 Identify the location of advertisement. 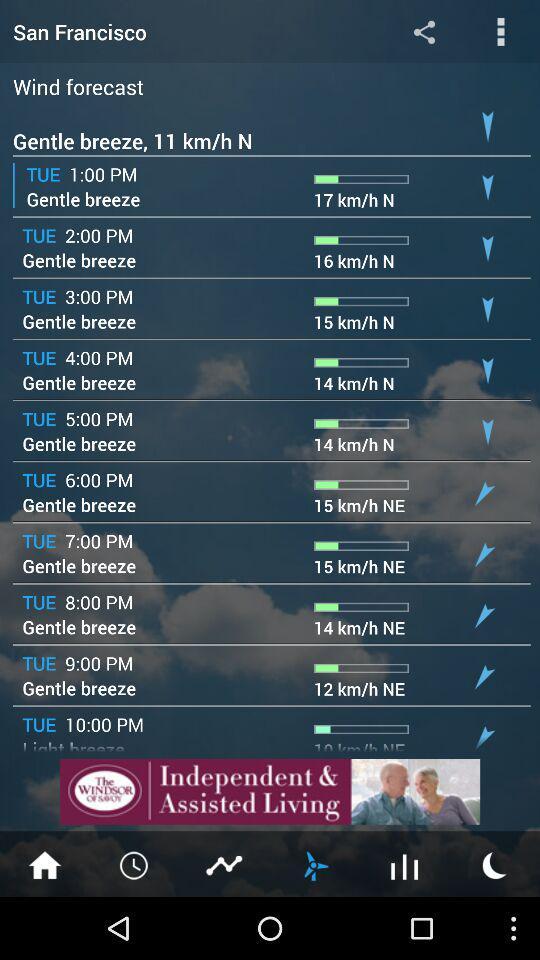
(270, 791).